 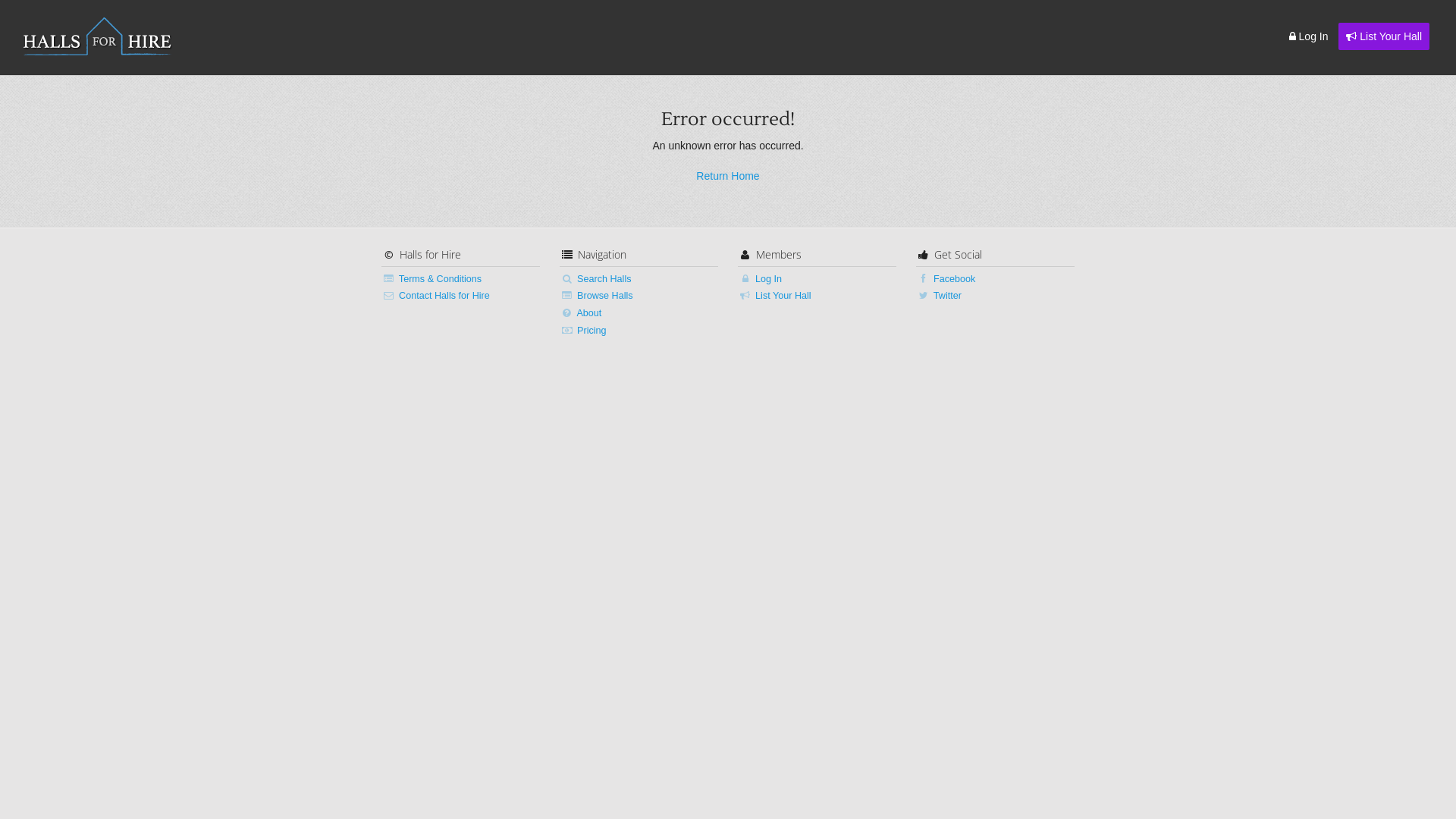 I want to click on 'Terms & Conditions', so click(x=460, y=279).